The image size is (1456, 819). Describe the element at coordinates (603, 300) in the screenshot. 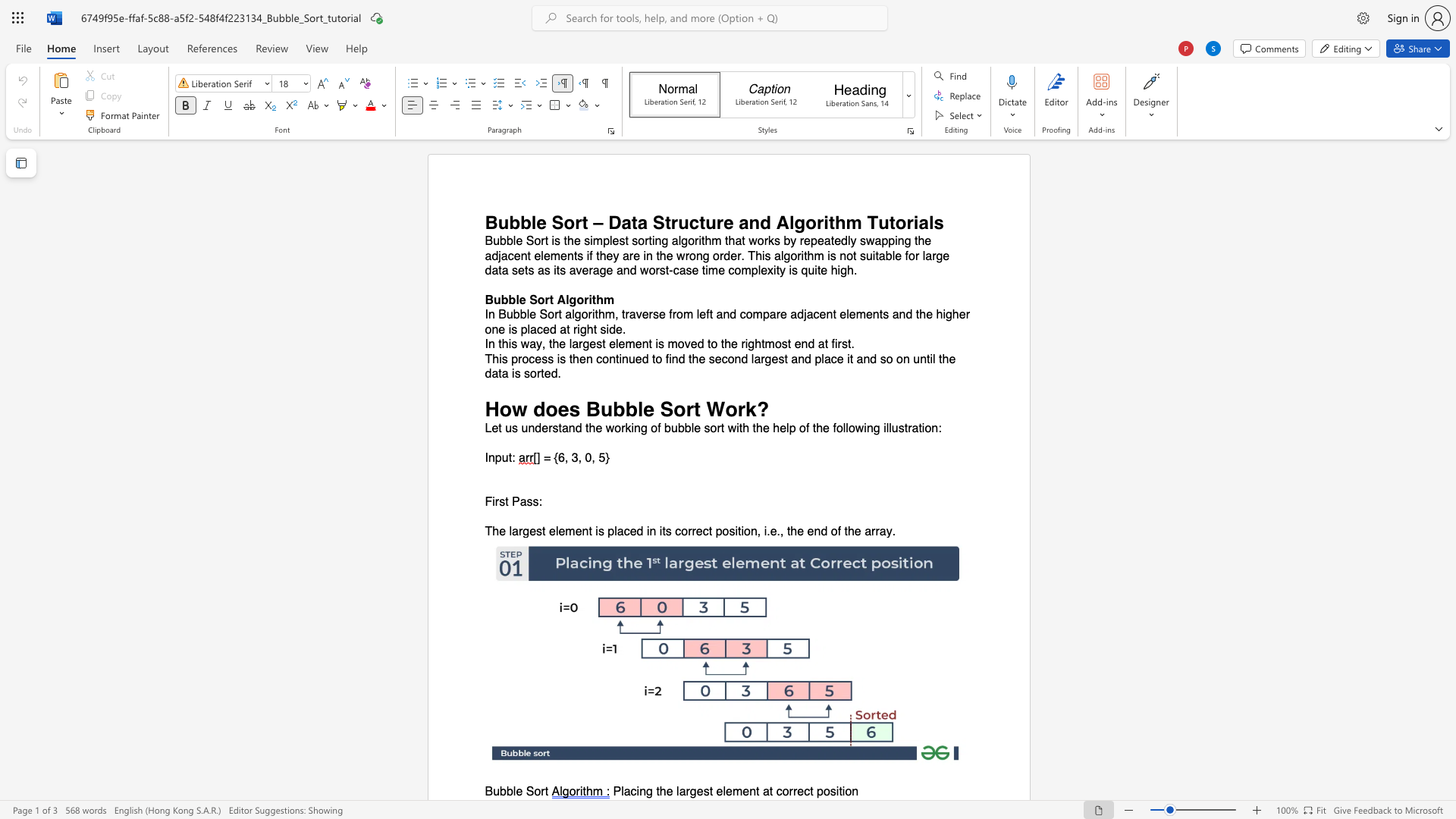

I see `the space between the continuous character "h" and "m" in the text` at that location.